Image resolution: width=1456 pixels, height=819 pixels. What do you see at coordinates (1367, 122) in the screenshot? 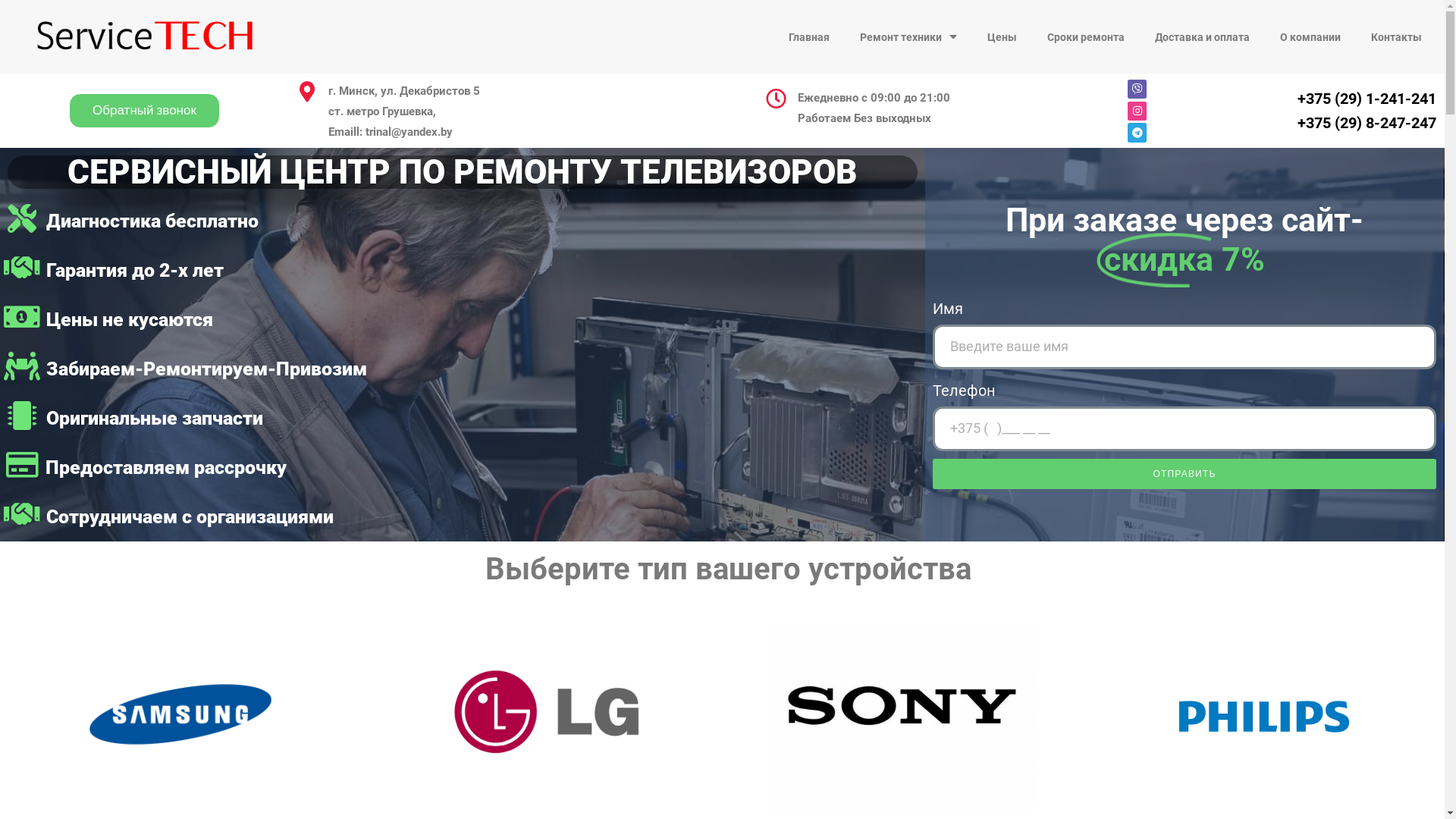
I see `'+375 (29) 8-247-247'` at bounding box center [1367, 122].